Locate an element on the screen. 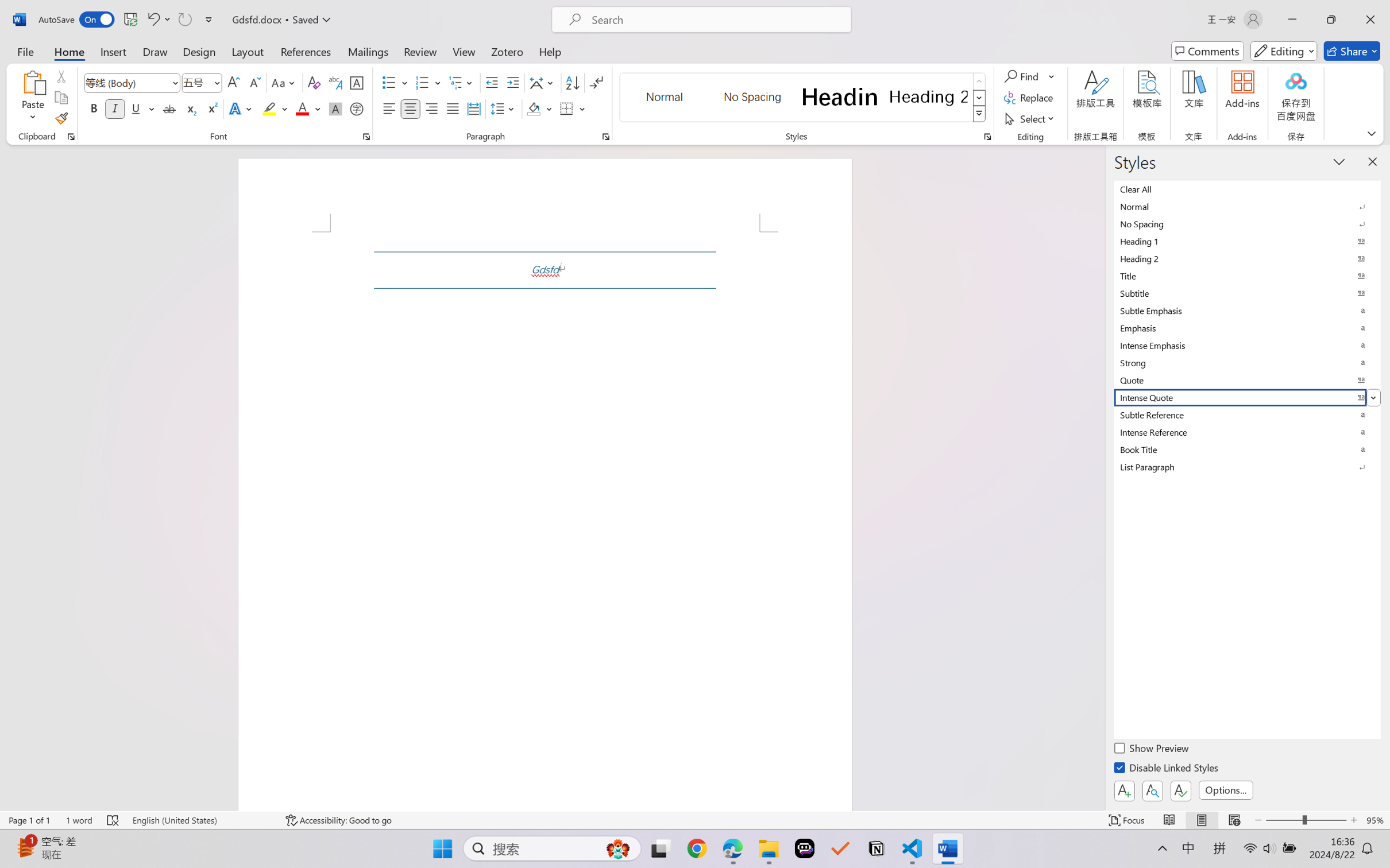 The image size is (1390, 868). 'Change Case' is located at coordinates (283, 83).